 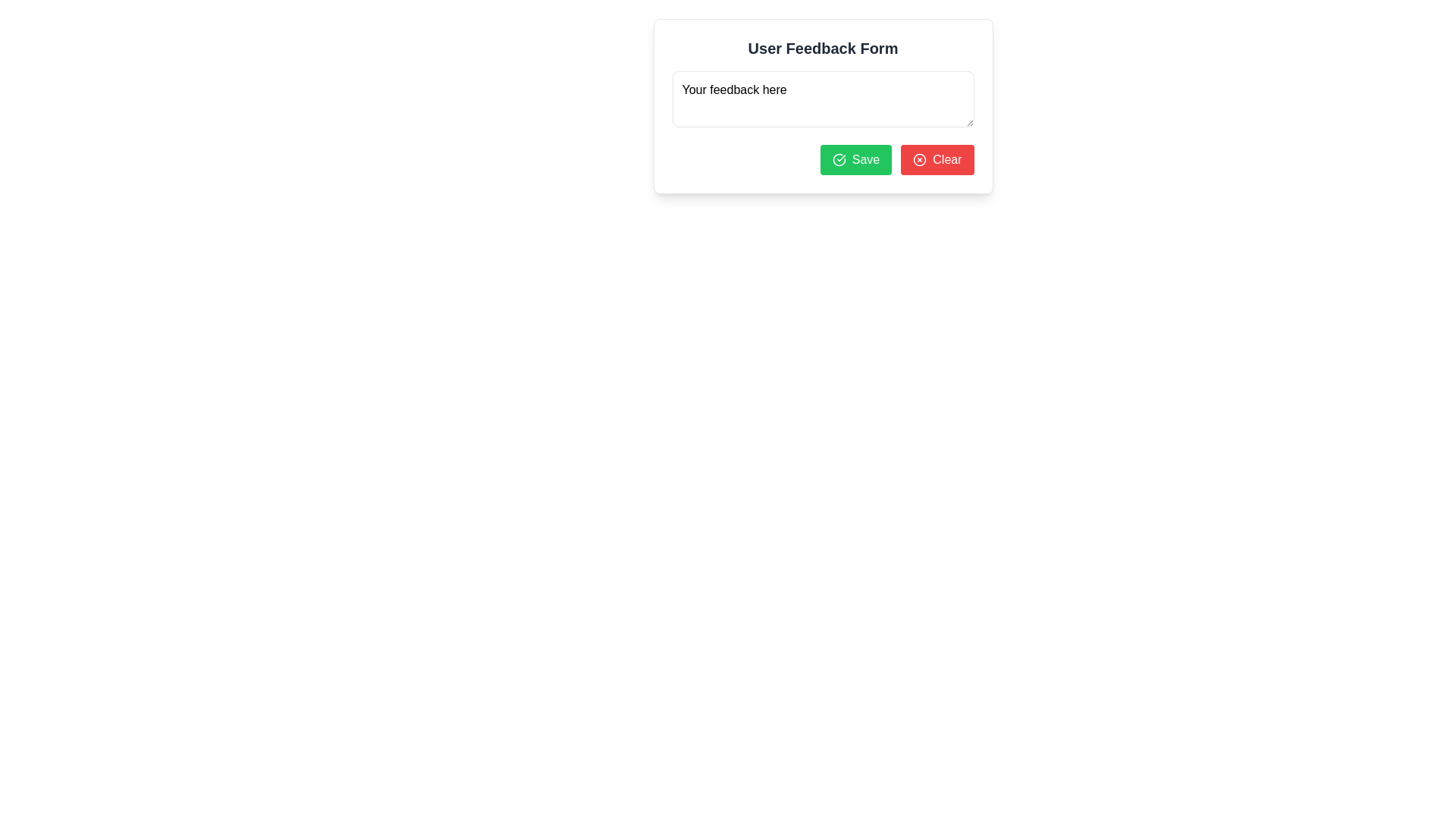 I want to click on the clear button located in the bottom-right corner of the form to reset all input fields to their default state, so click(x=937, y=160).